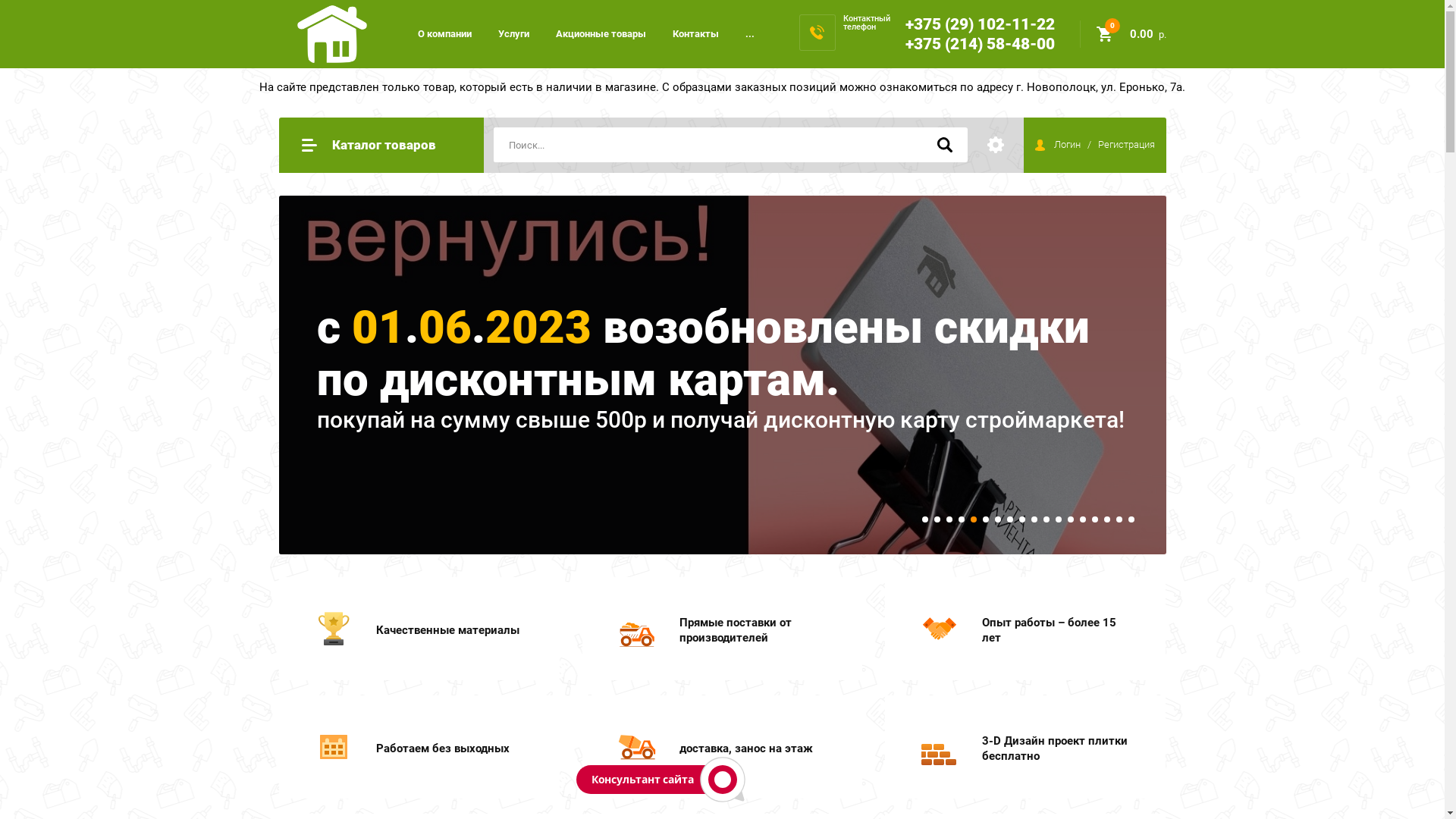 This screenshot has width=1456, height=819. Describe the element at coordinates (1082, 519) in the screenshot. I see `'14'` at that location.